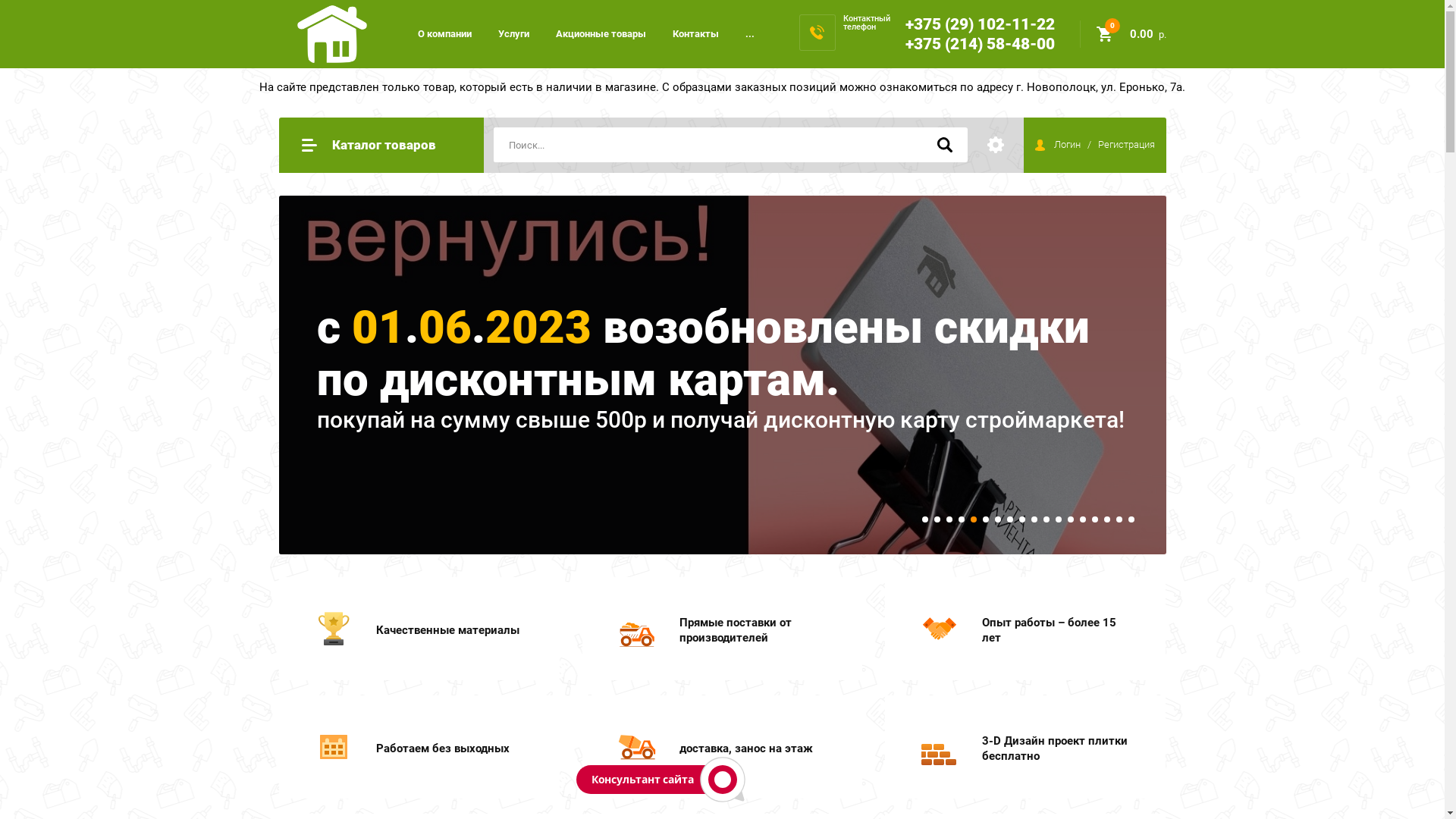 This screenshot has width=1456, height=819. Describe the element at coordinates (1082, 519) in the screenshot. I see `'14'` at that location.